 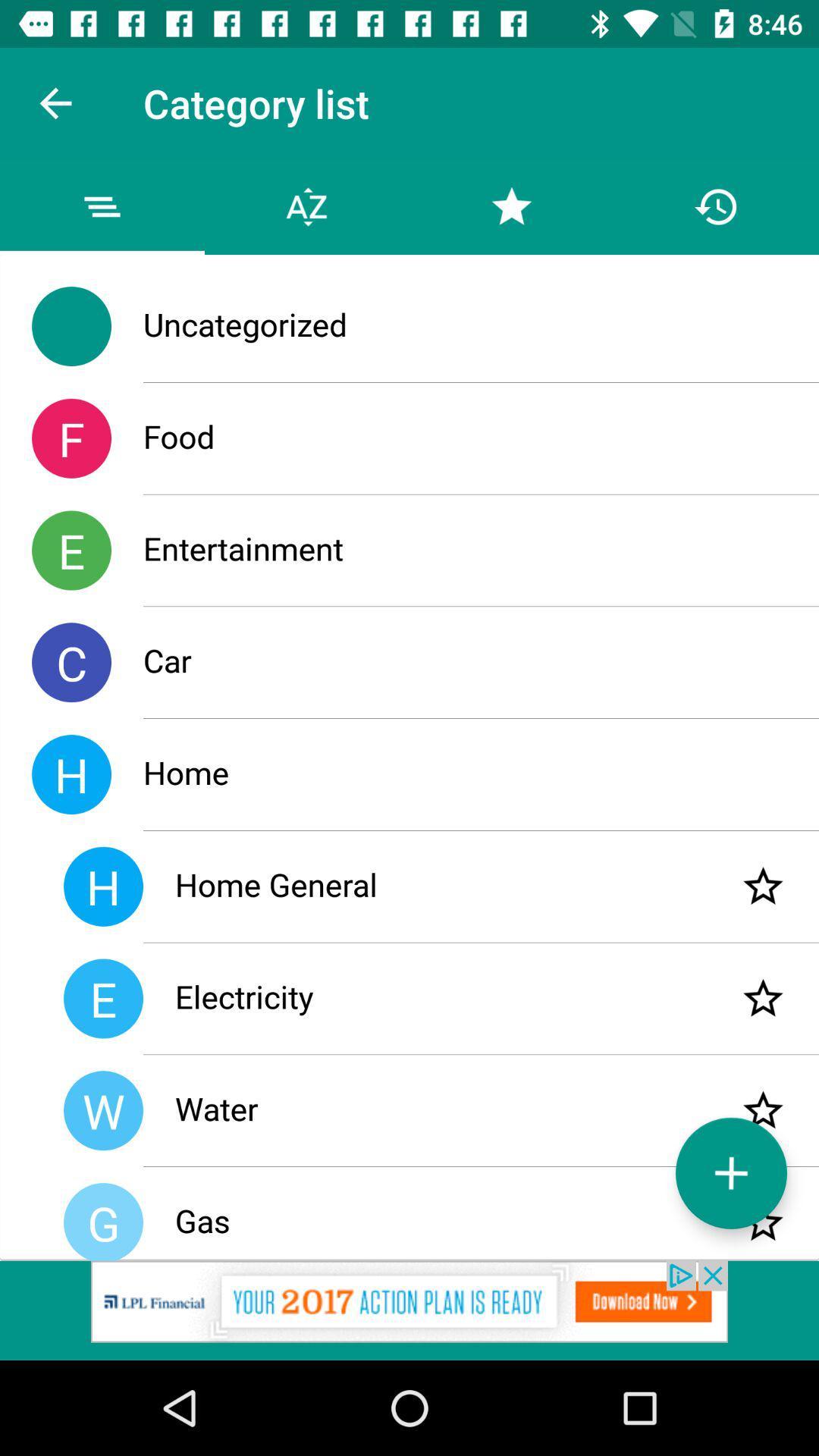 What do you see at coordinates (763, 998) in the screenshot?
I see `category` at bounding box center [763, 998].